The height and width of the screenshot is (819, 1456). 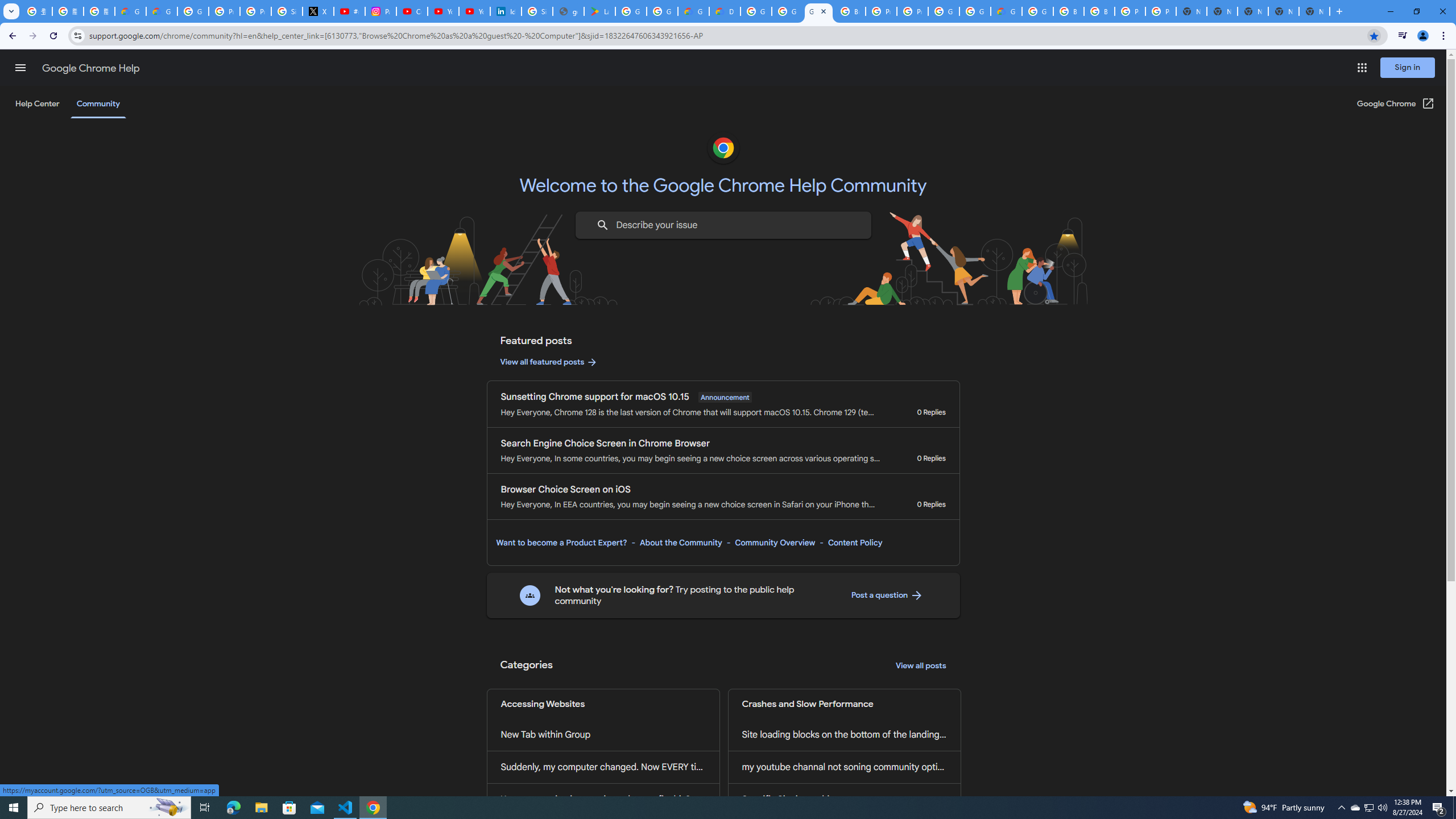 What do you see at coordinates (162, 11) in the screenshot?
I see `'Google Cloud Privacy Notice'` at bounding box center [162, 11].